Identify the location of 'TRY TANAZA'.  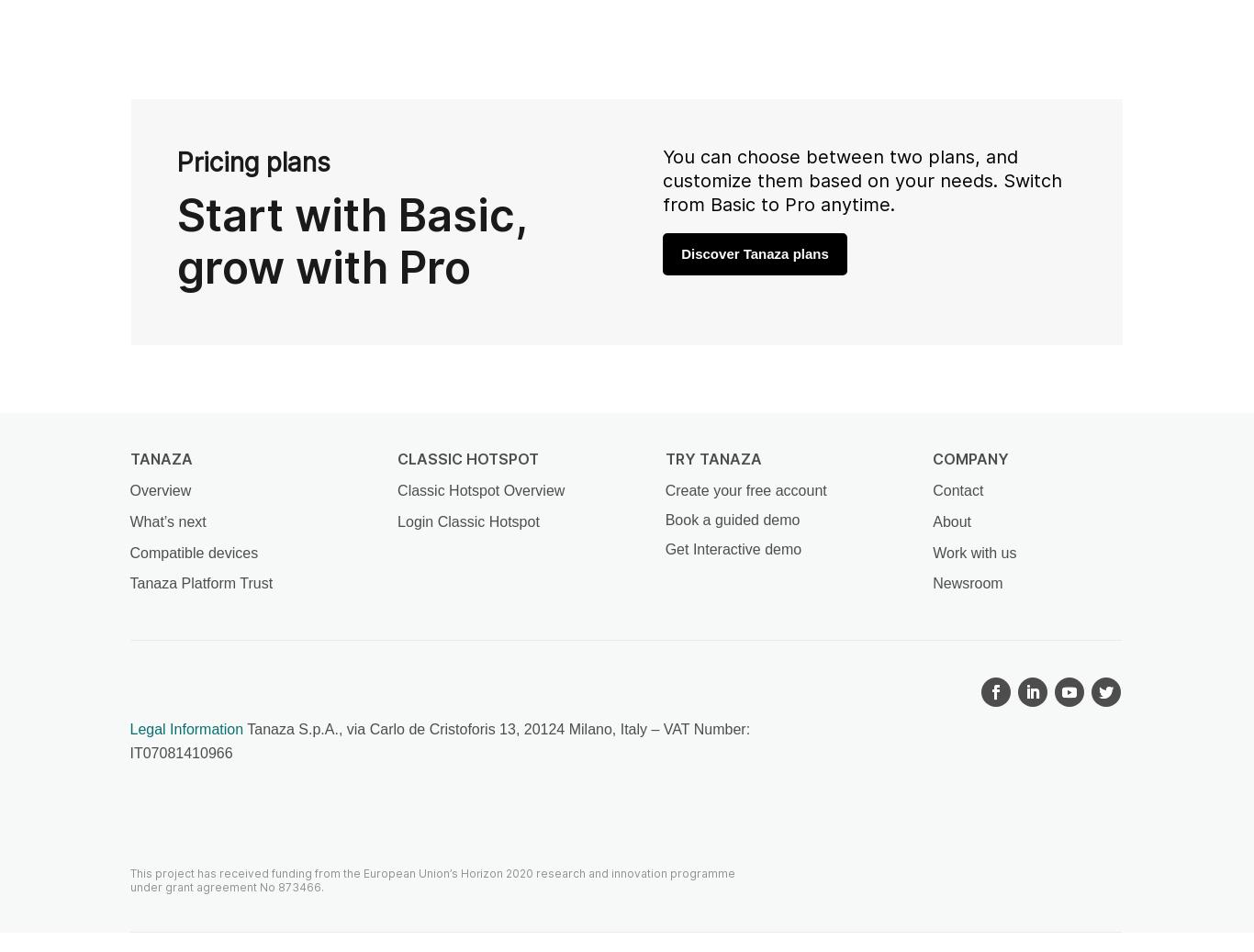
(712, 457).